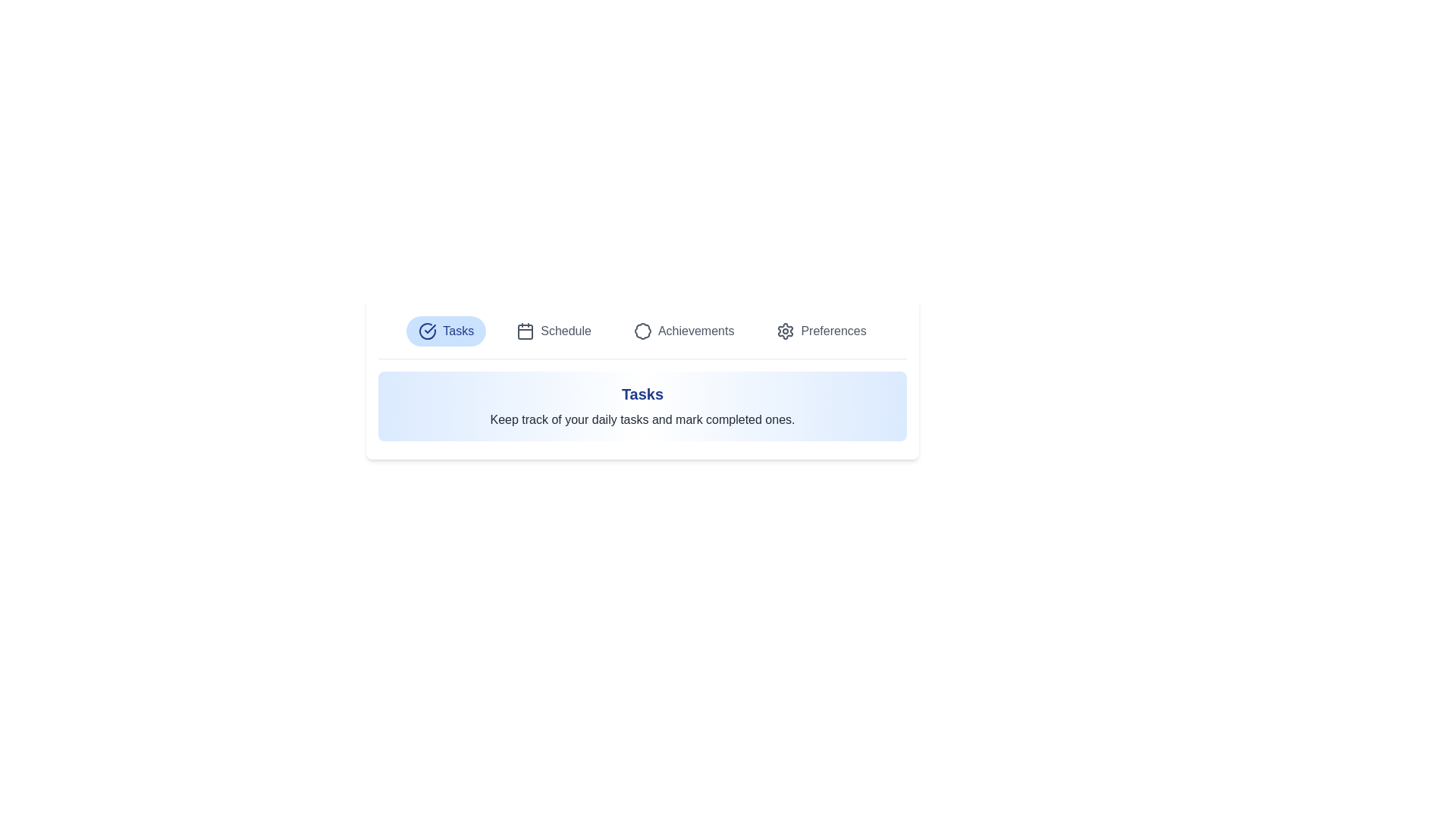  What do you see at coordinates (642, 420) in the screenshot?
I see `the static text element that provides descriptive information about the 'Tasks' section, which is located below the 'Tasks' heading and styled with a blue gradient background` at bounding box center [642, 420].